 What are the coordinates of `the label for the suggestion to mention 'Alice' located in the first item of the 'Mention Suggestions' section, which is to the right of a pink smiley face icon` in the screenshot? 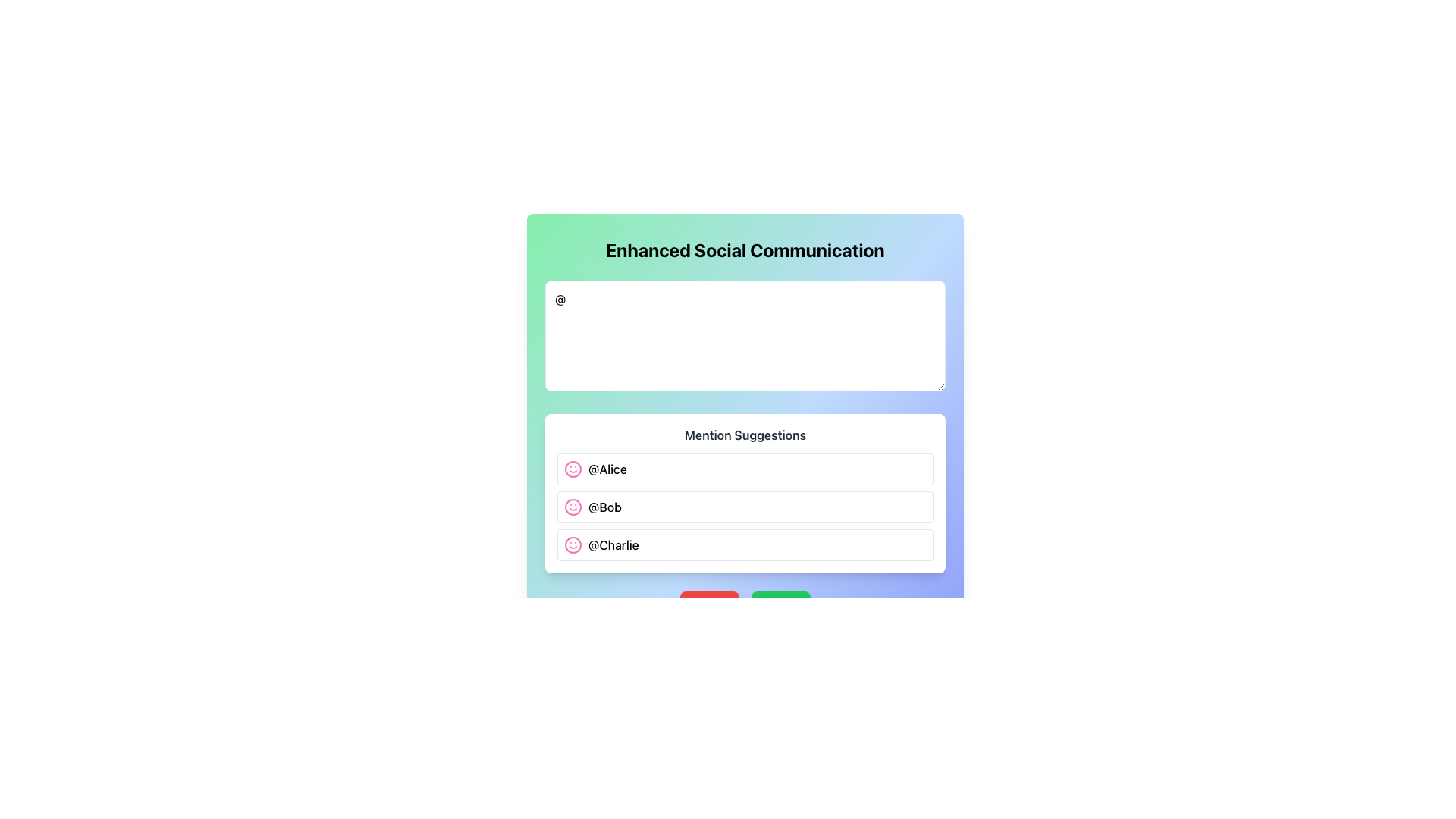 It's located at (607, 468).